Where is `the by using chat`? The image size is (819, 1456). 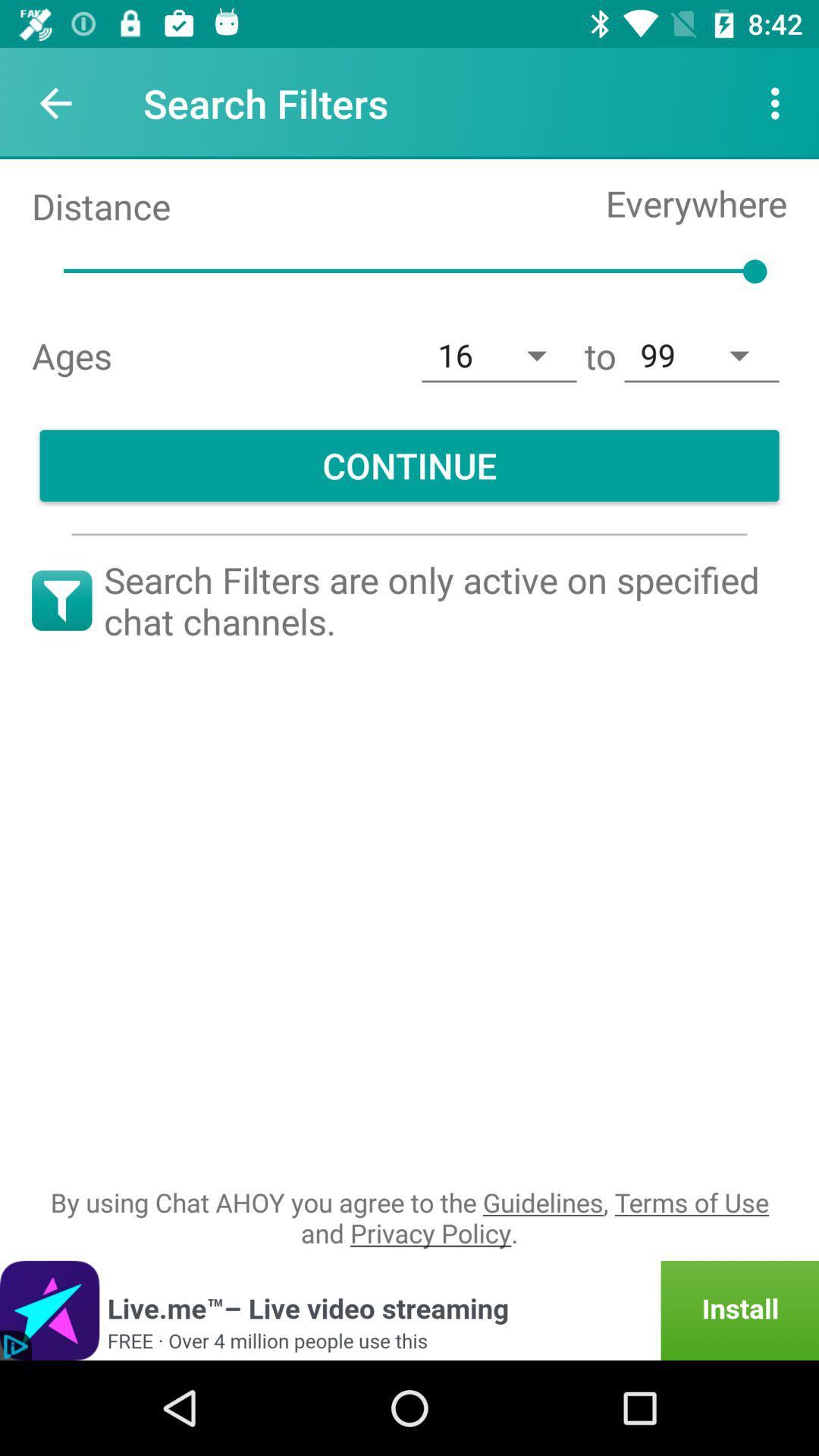
the by using chat is located at coordinates (409, 1217).